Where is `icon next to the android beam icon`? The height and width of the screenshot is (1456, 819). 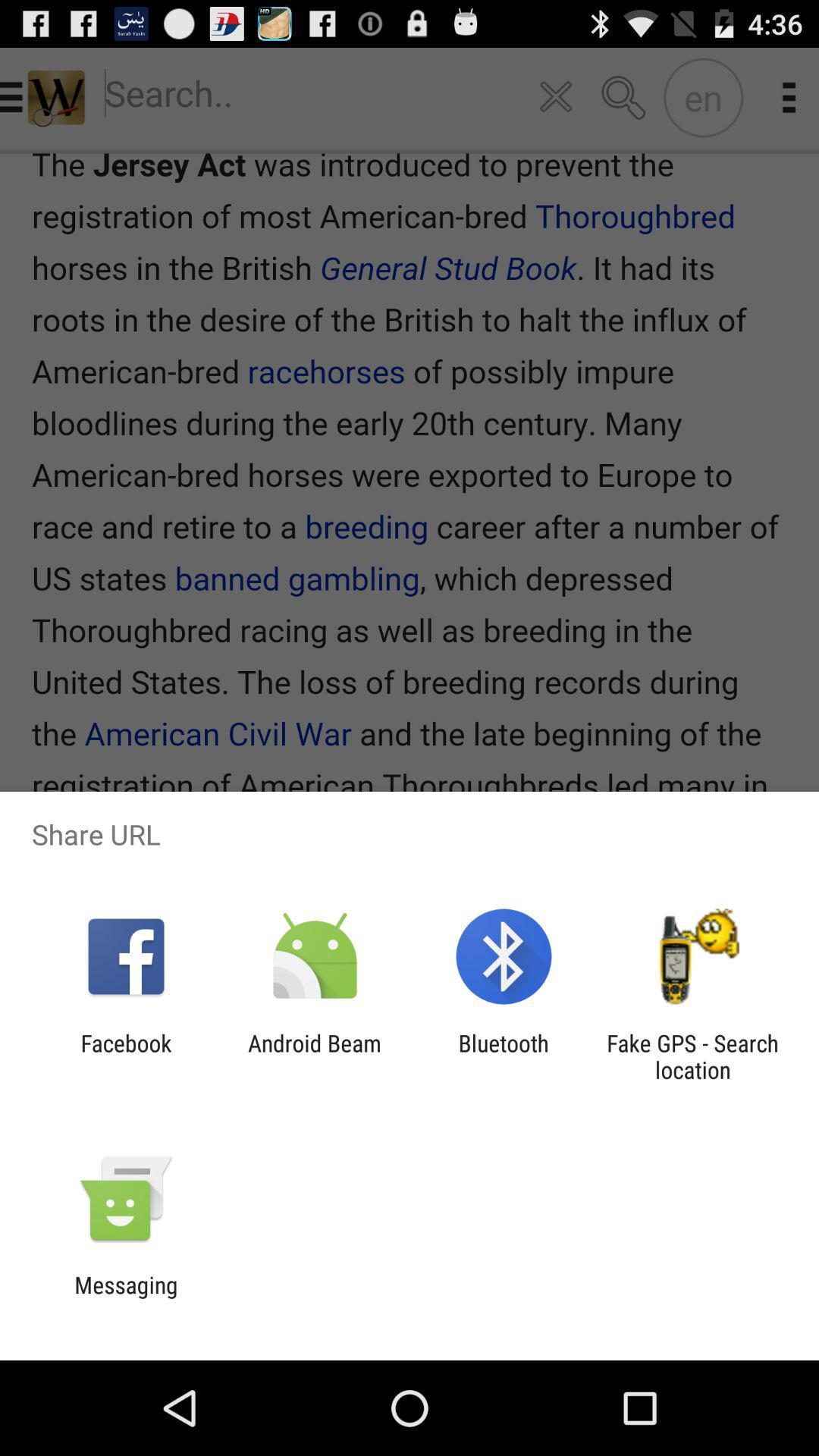
icon next to the android beam icon is located at coordinates (504, 1056).